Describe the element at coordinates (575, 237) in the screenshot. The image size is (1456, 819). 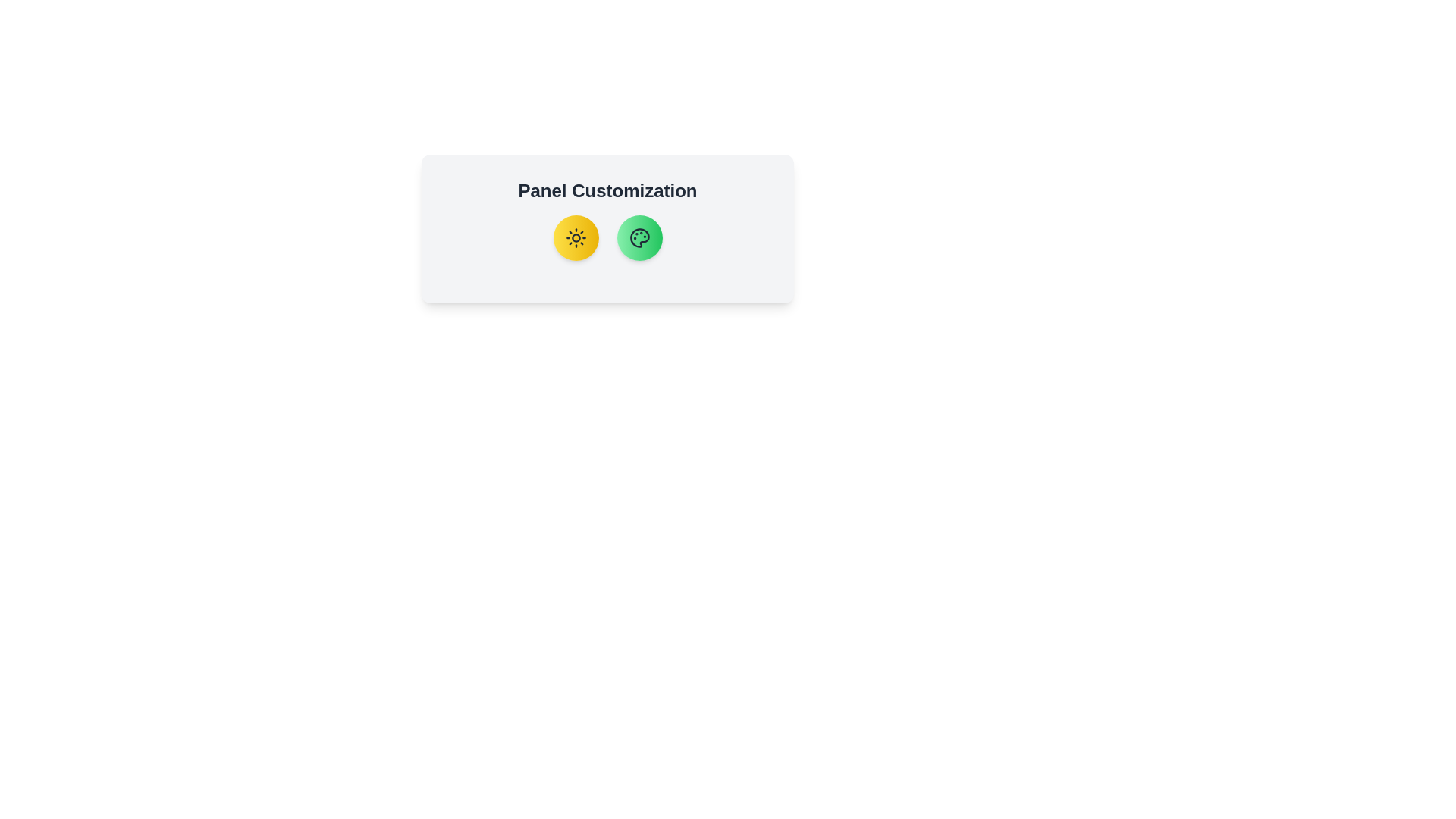
I see `the circle SVG element that represents the brightness of the sun icon, located under the 'Panel Customization' heading` at that location.